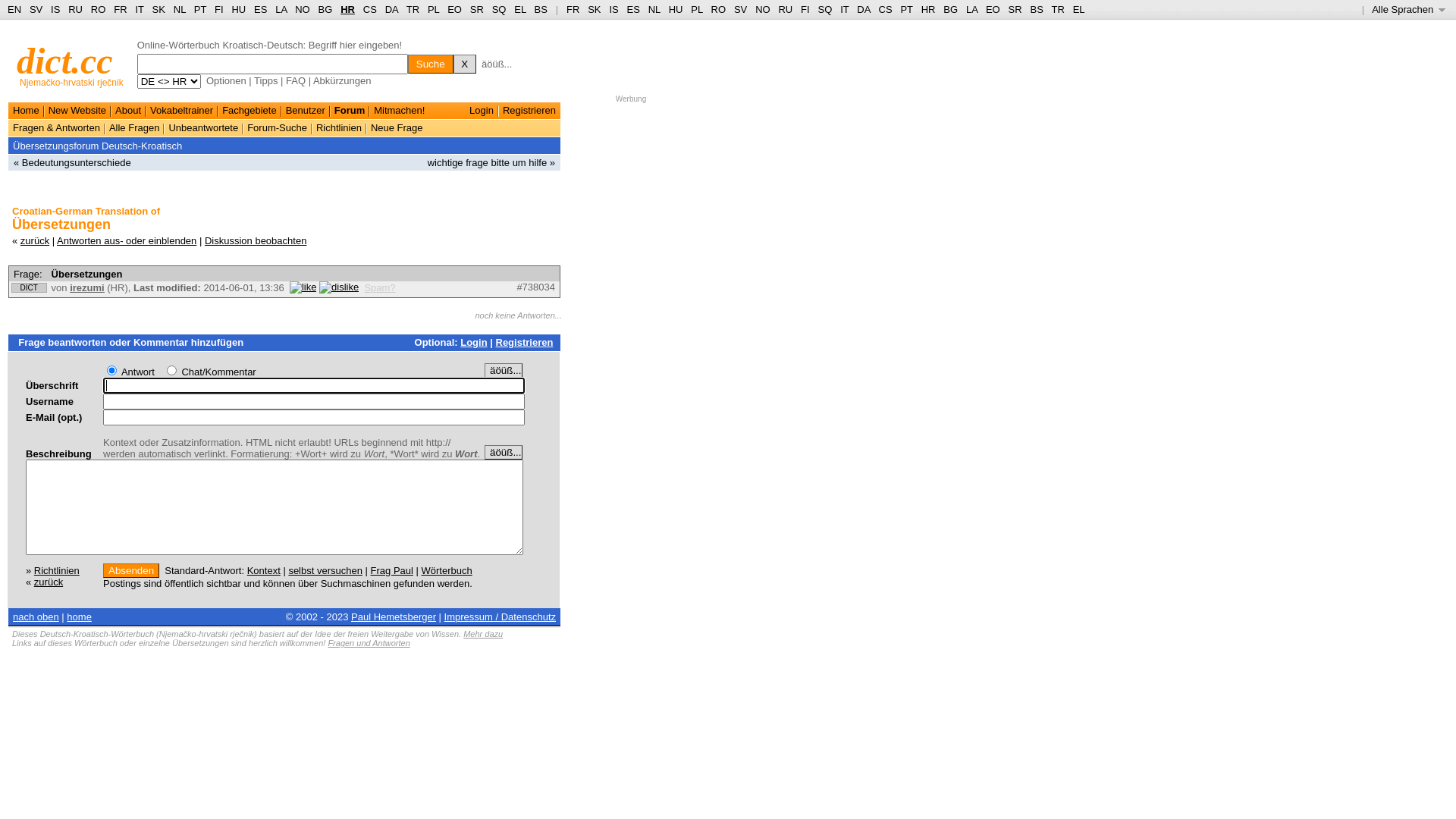 The width and height of the screenshot is (1456, 819). I want to click on 'Home', so click(26, 109).